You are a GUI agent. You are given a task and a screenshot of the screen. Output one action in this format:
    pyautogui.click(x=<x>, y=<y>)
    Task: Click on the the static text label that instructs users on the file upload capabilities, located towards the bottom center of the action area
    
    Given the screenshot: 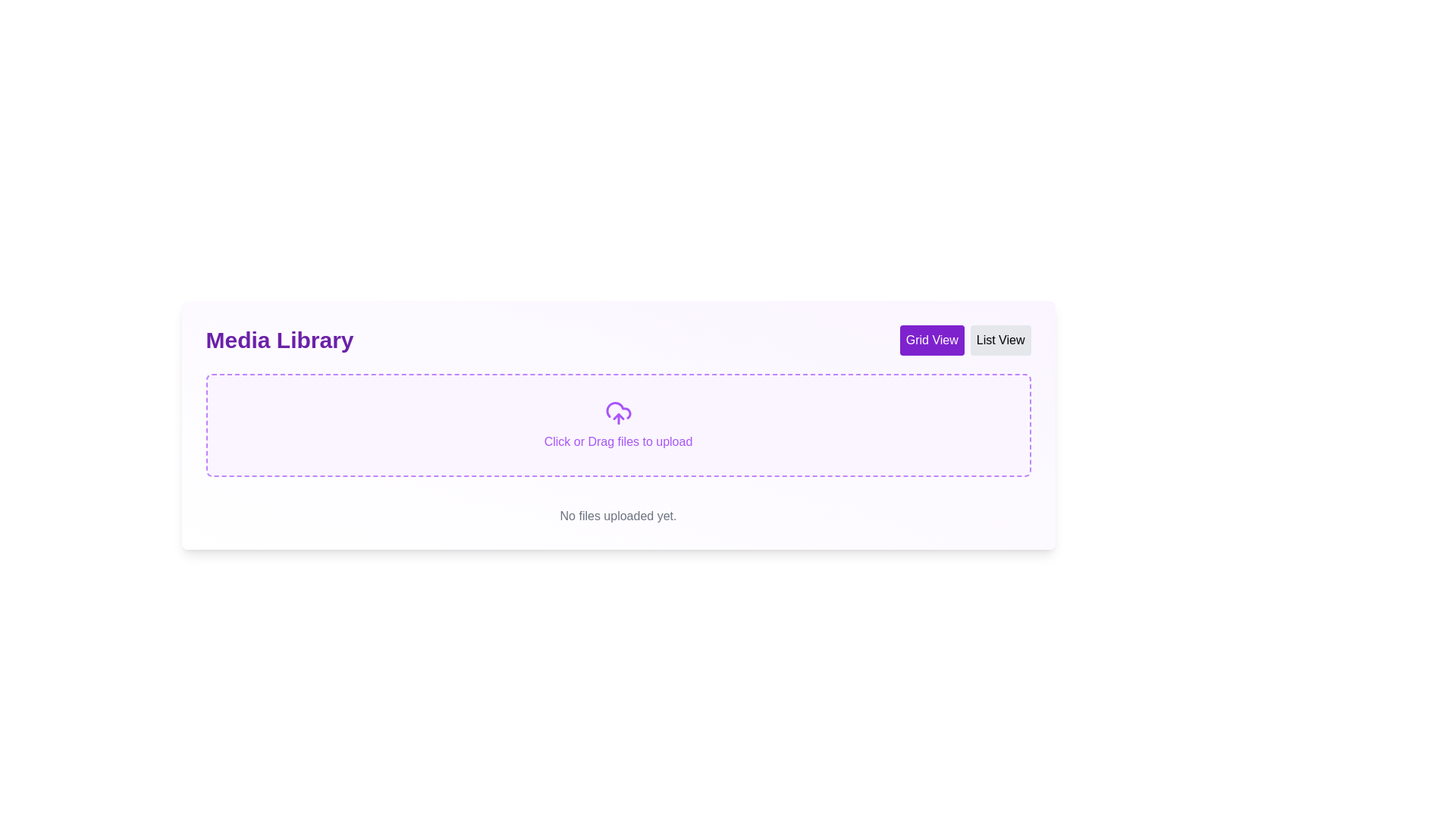 What is the action you would take?
    pyautogui.click(x=618, y=441)
    